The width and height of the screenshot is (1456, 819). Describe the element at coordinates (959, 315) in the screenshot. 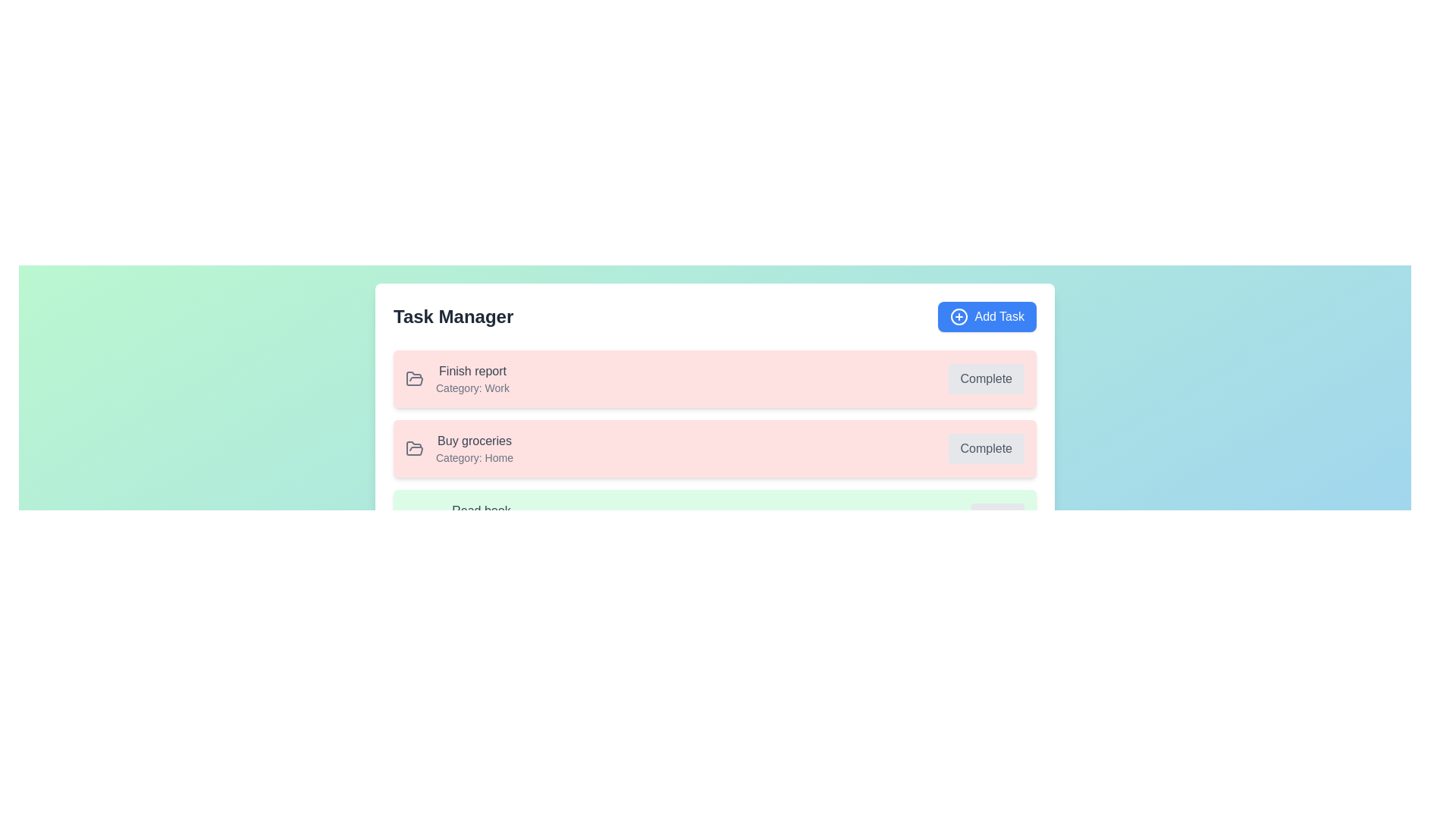

I see `the decorative icon located at the leftmost part of the 'Add Task' button within the 'Task Manager' panel` at that location.